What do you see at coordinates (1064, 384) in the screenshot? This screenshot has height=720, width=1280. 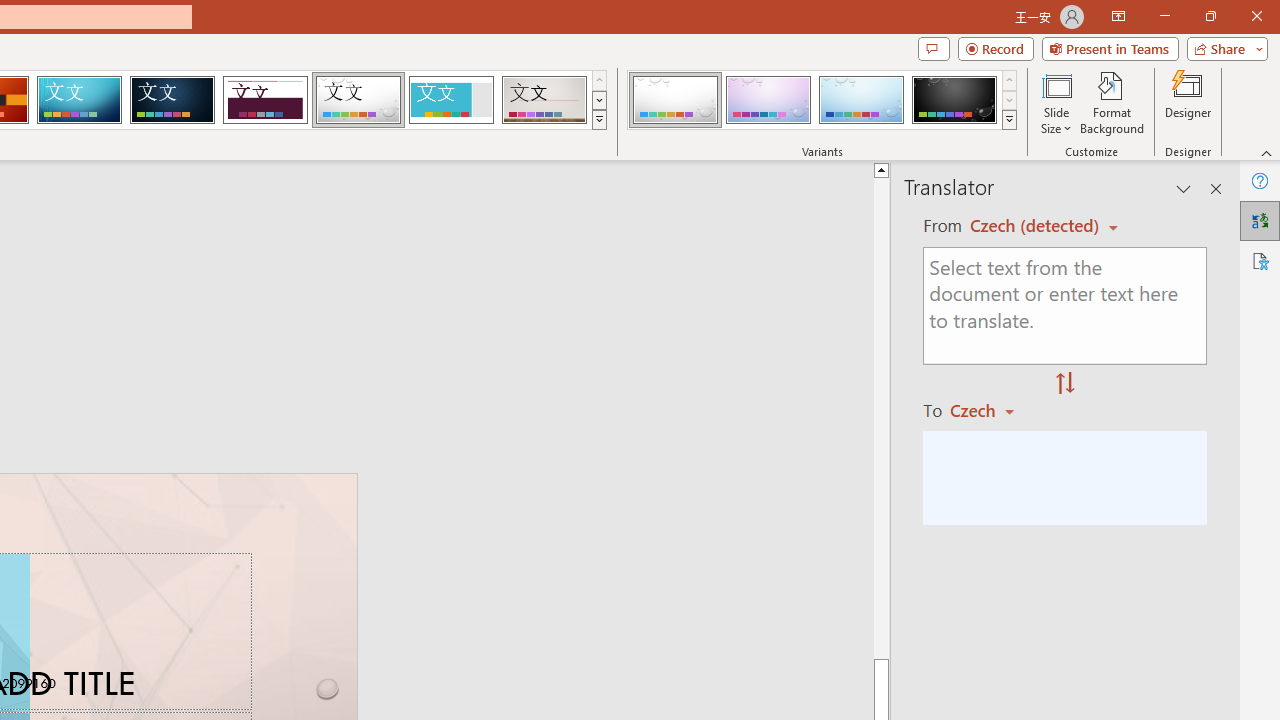 I see `'Swap "from" and "to" languages.'` at bounding box center [1064, 384].